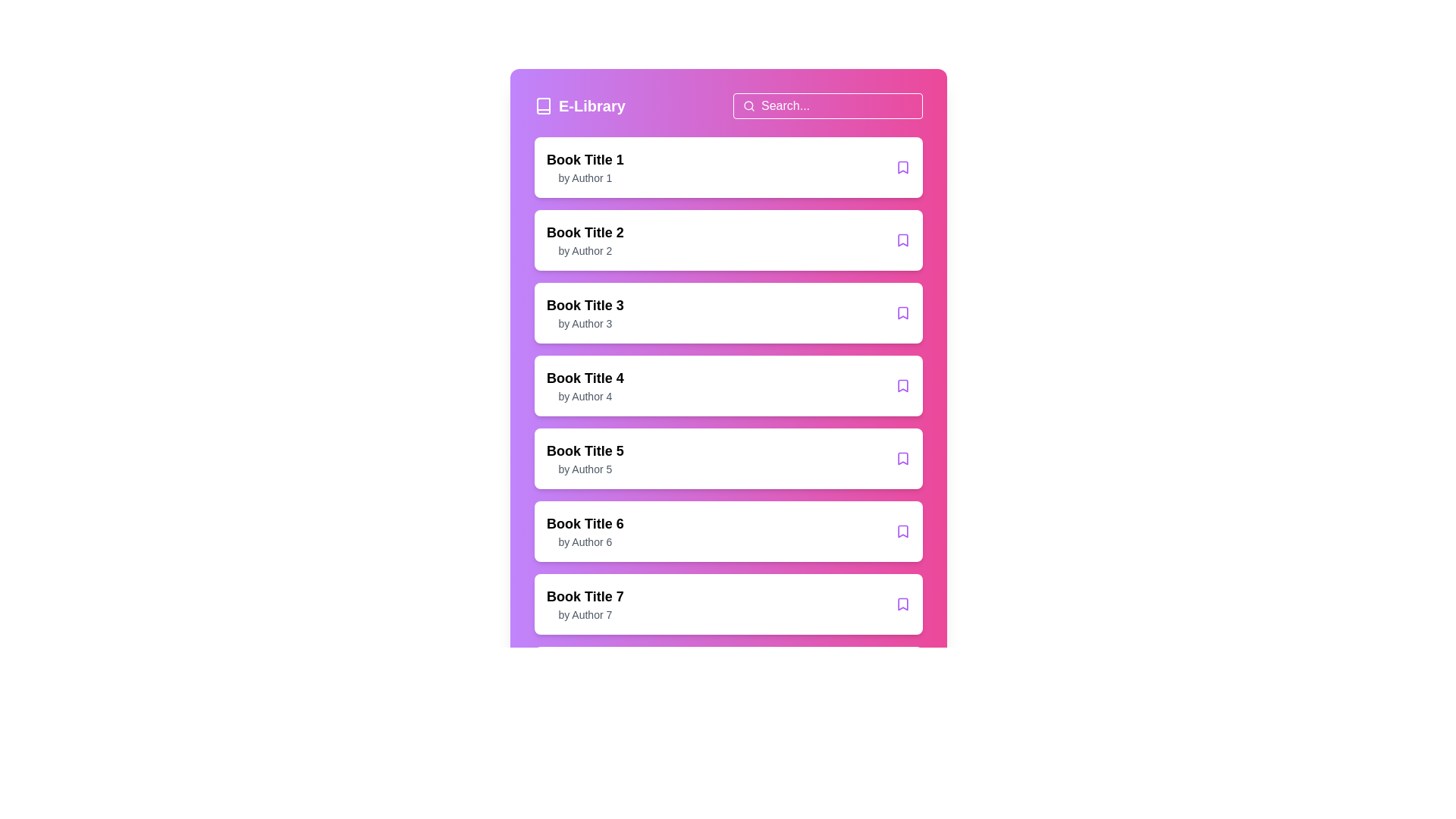 Image resolution: width=1456 pixels, height=819 pixels. I want to click on the text label displaying 'by Author 3', so click(584, 323).